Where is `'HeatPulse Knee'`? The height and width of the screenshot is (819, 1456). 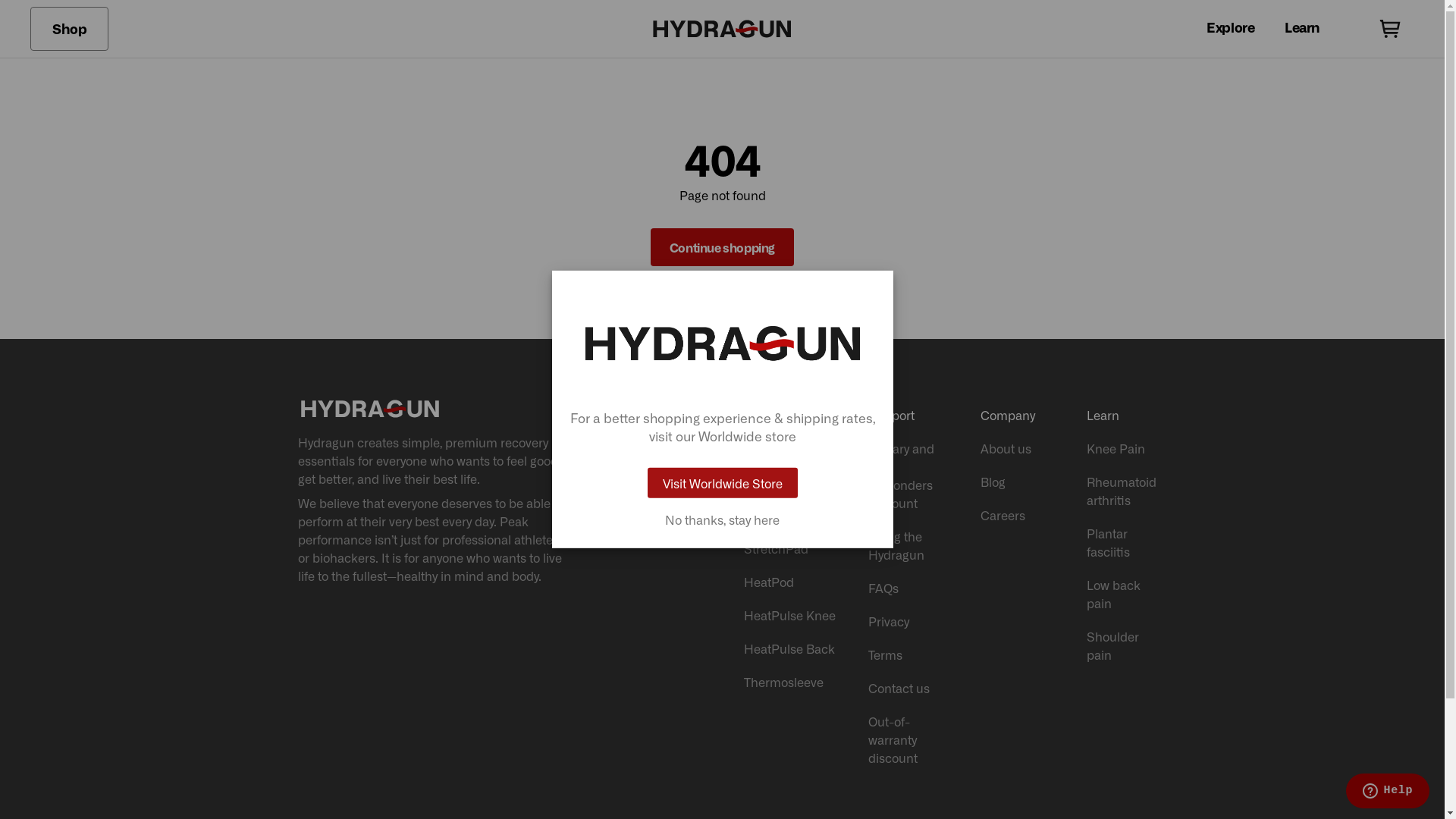 'HeatPulse Knee' is located at coordinates (742, 614).